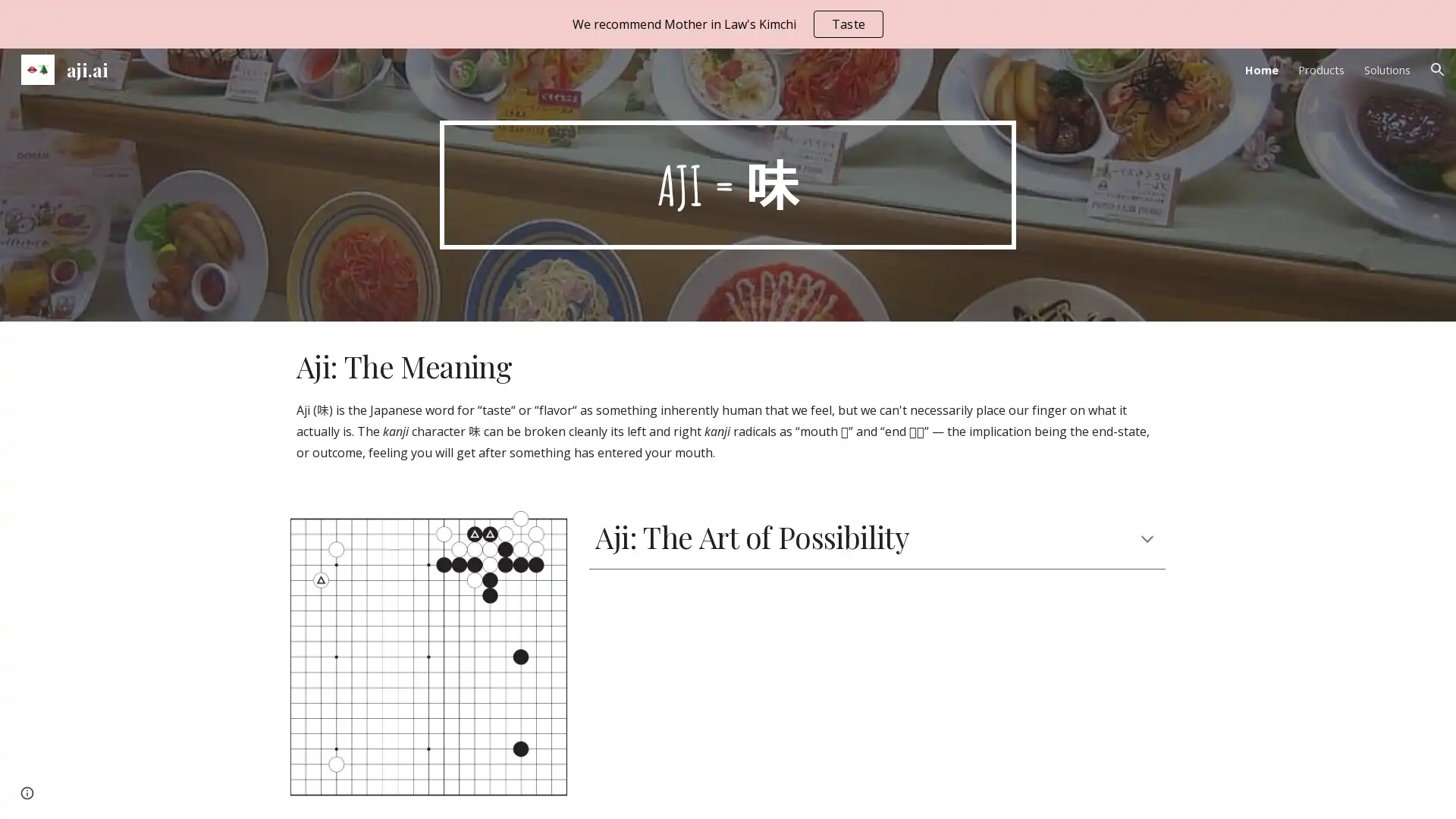 The height and width of the screenshot is (819, 1456). Describe the element at coordinates (529, 366) in the screenshot. I see `Copy heading link` at that location.